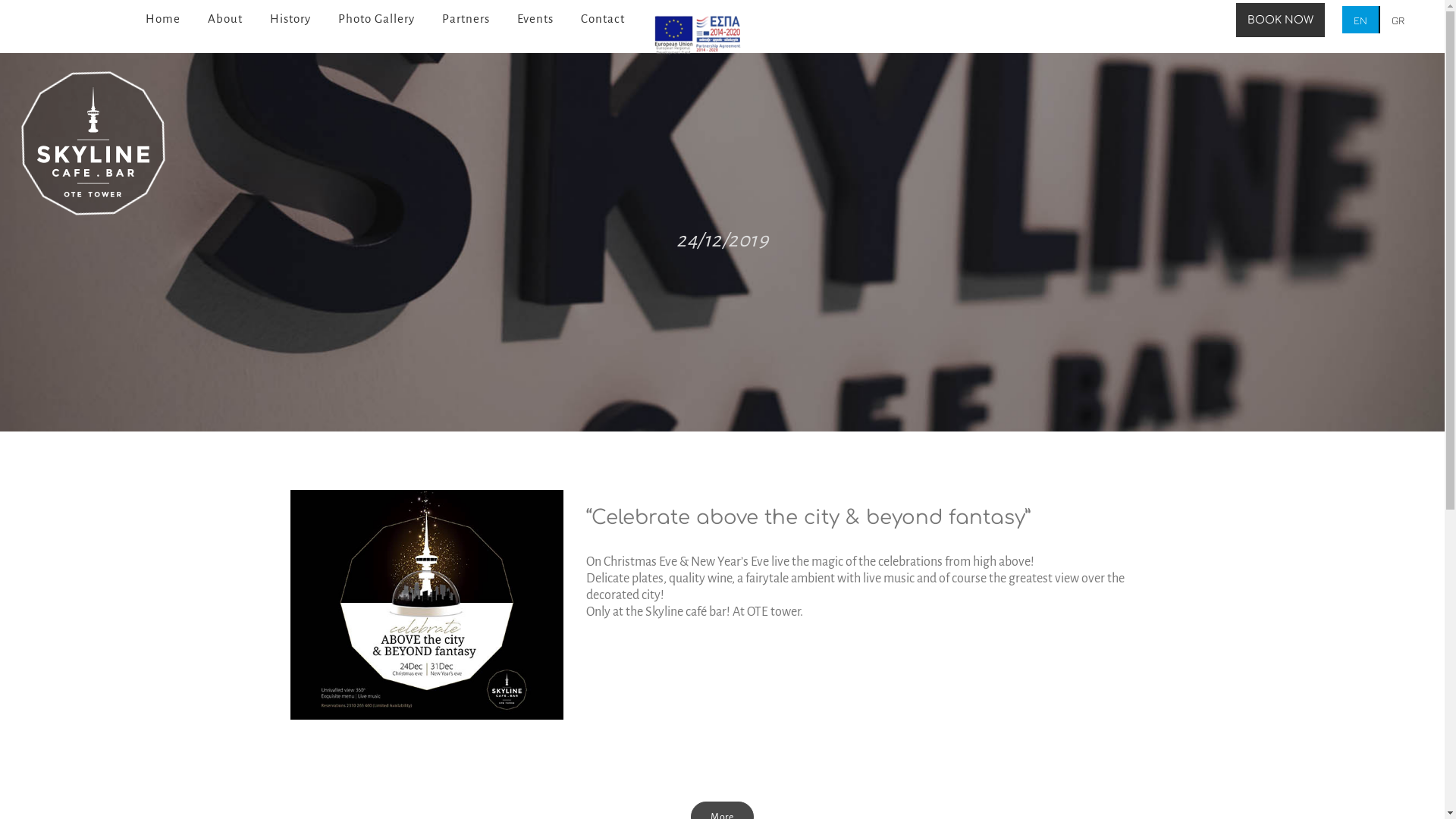  What do you see at coordinates (193, 18) in the screenshot?
I see `'About'` at bounding box center [193, 18].